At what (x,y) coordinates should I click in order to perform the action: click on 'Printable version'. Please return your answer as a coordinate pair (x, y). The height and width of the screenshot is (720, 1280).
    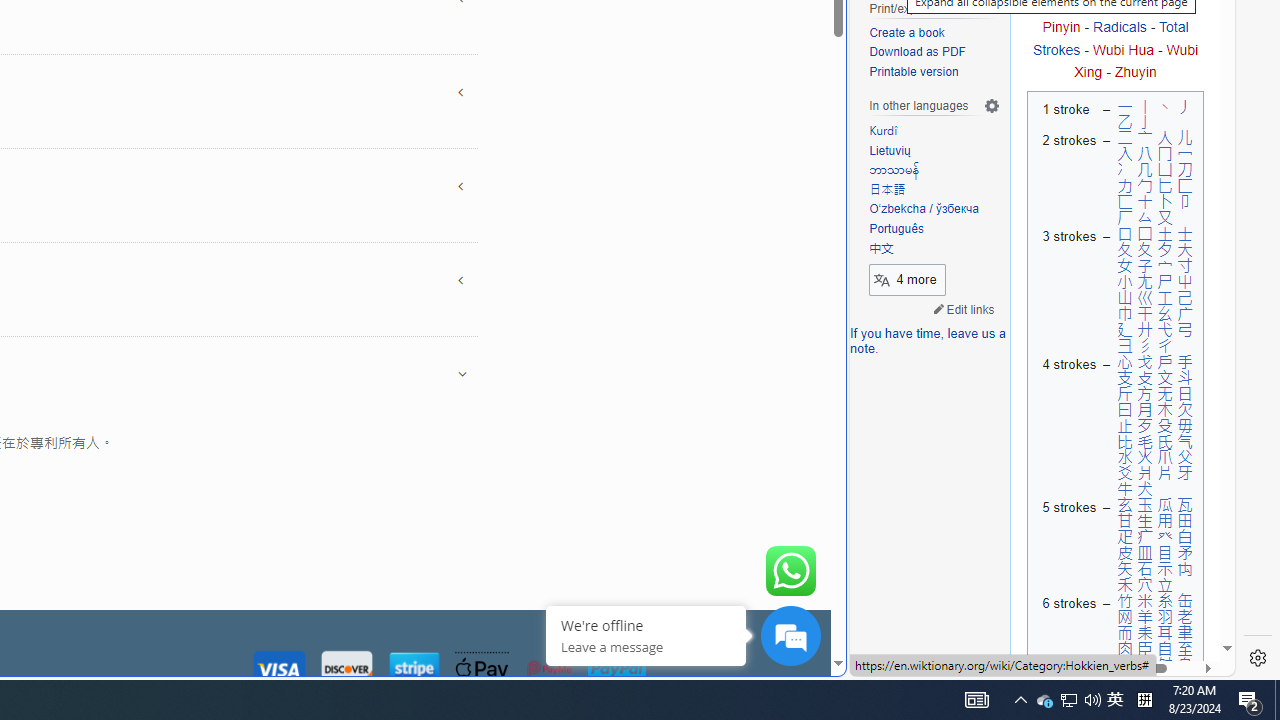
    Looking at the image, I should click on (934, 71).